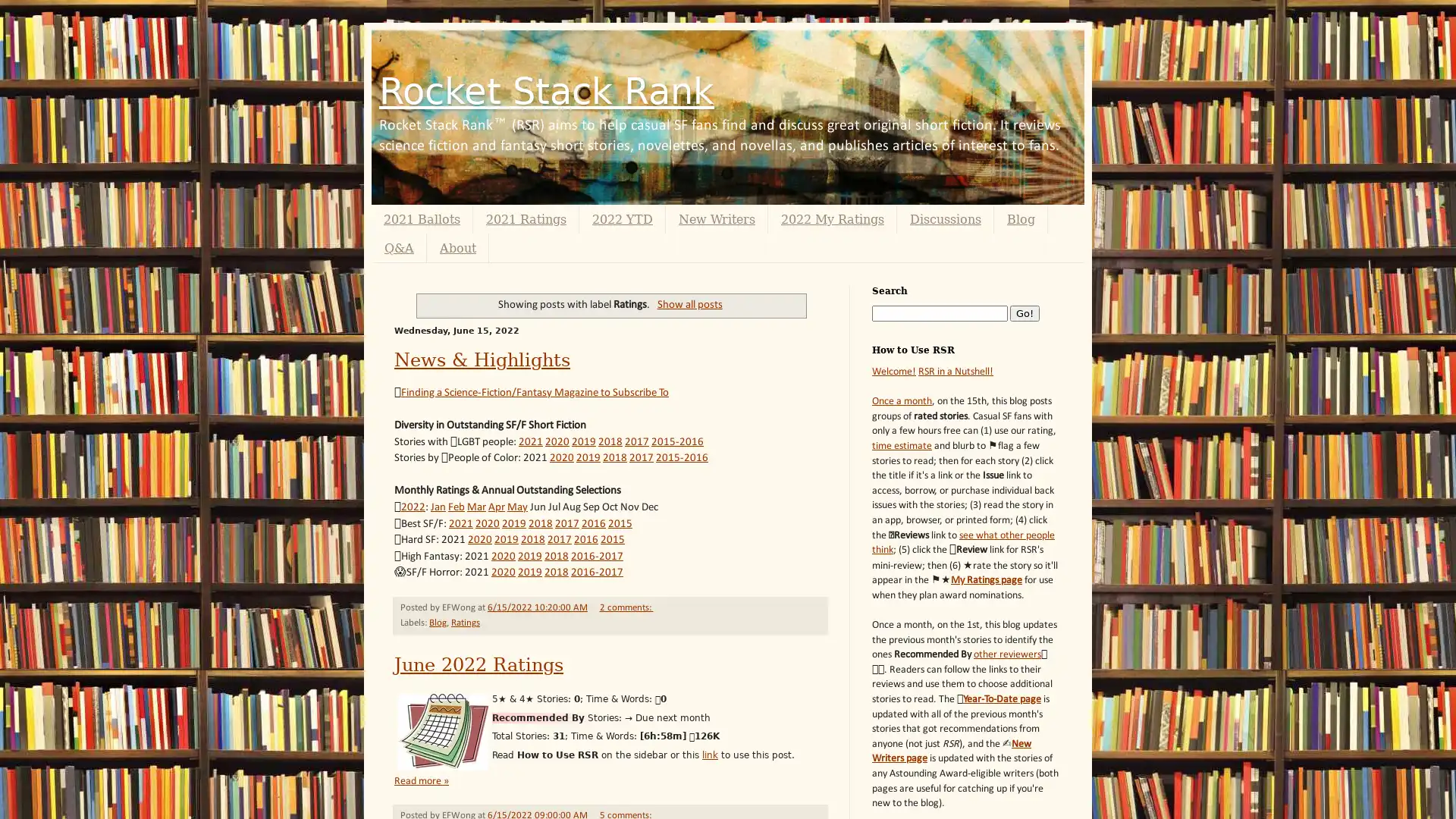 The width and height of the screenshot is (1456, 819). What do you see at coordinates (1025, 312) in the screenshot?
I see `Go!` at bounding box center [1025, 312].